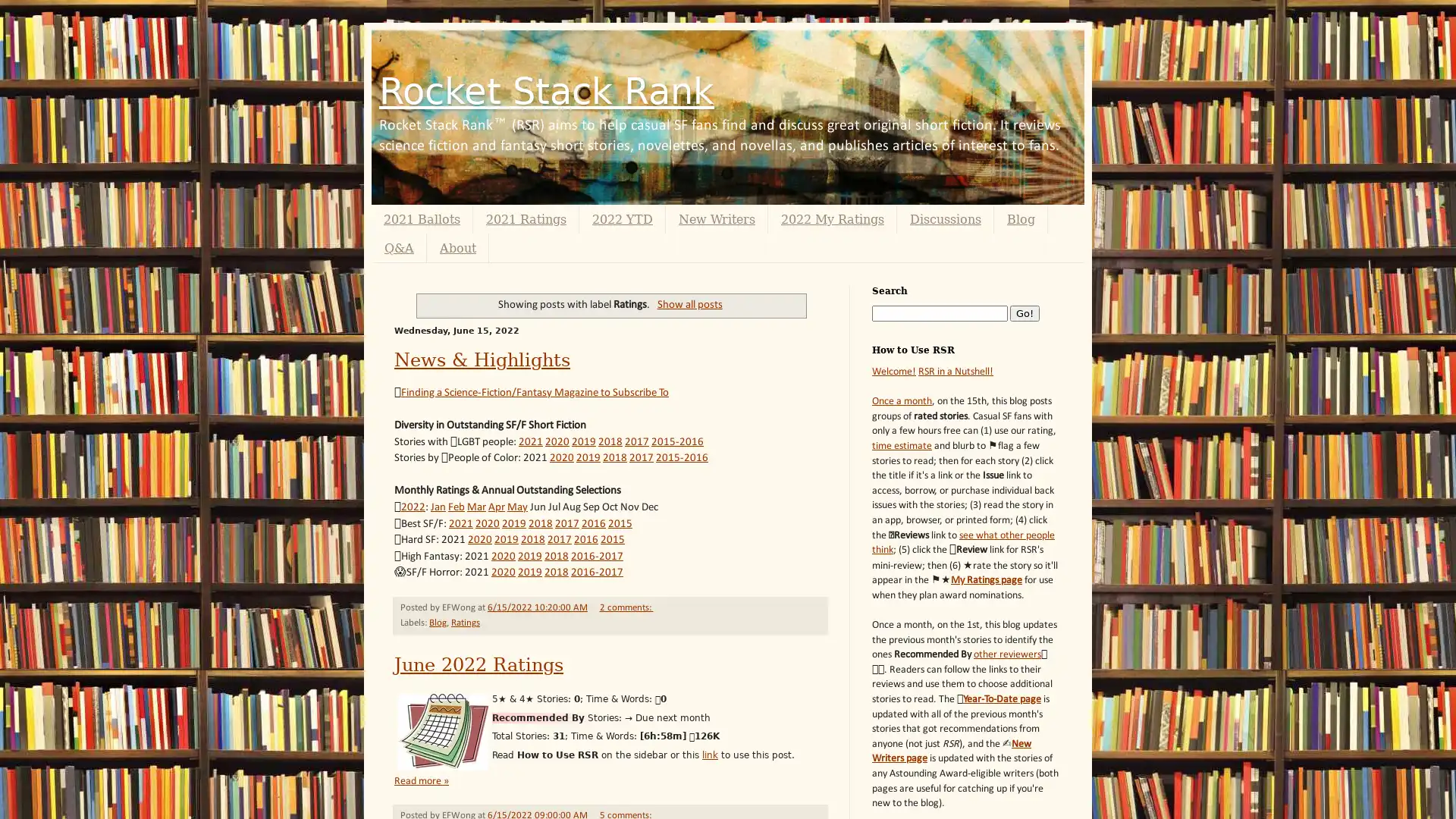 The width and height of the screenshot is (1456, 819). What do you see at coordinates (1025, 312) in the screenshot?
I see `Go!` at bounding box center [1025, 312].